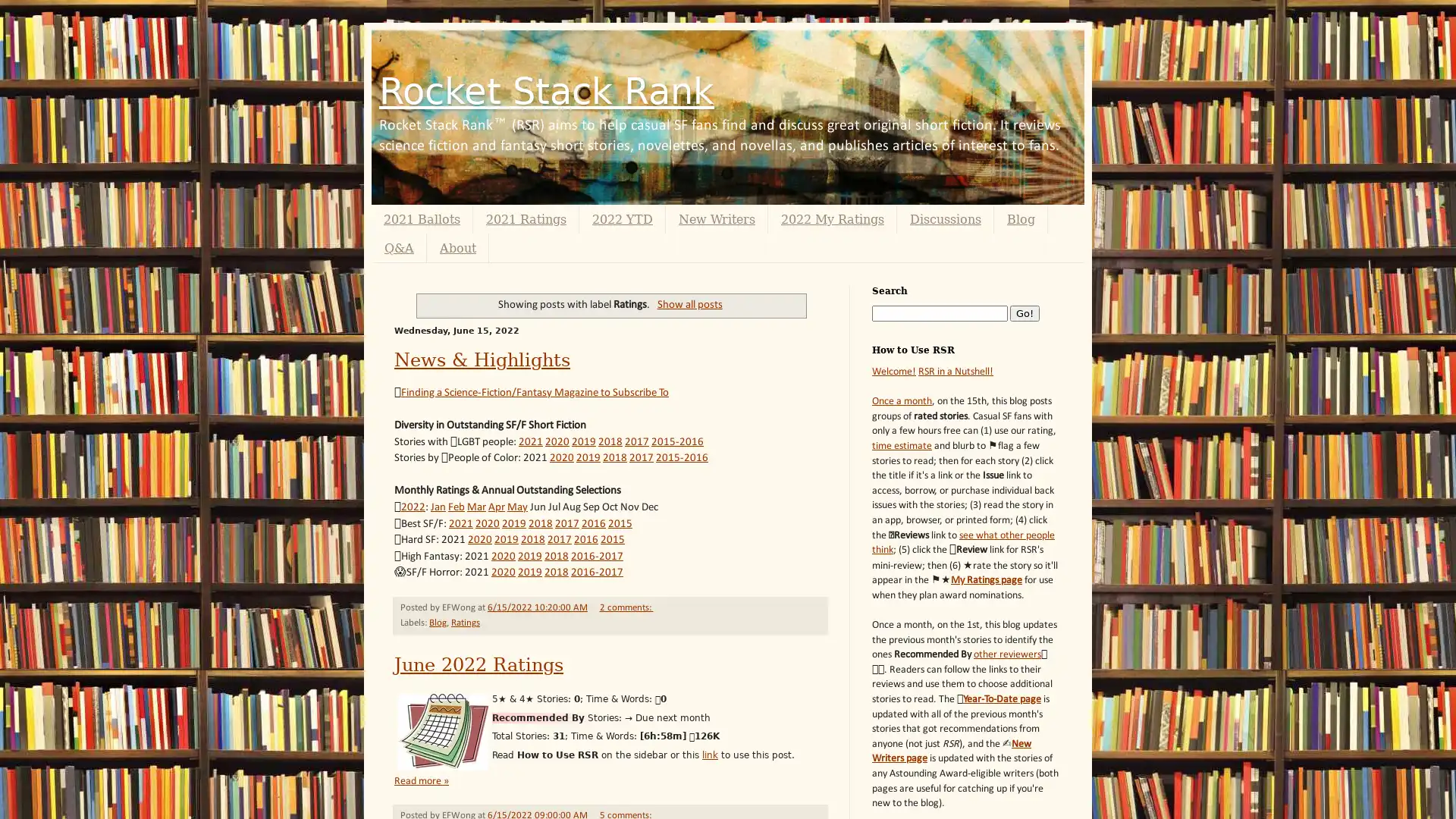 The width and height of the screenshot is (1456, 819). What do you see at coordinates (1025, 312) in the screenshot?
I see `Go!` at bounding box center [1025, 312].